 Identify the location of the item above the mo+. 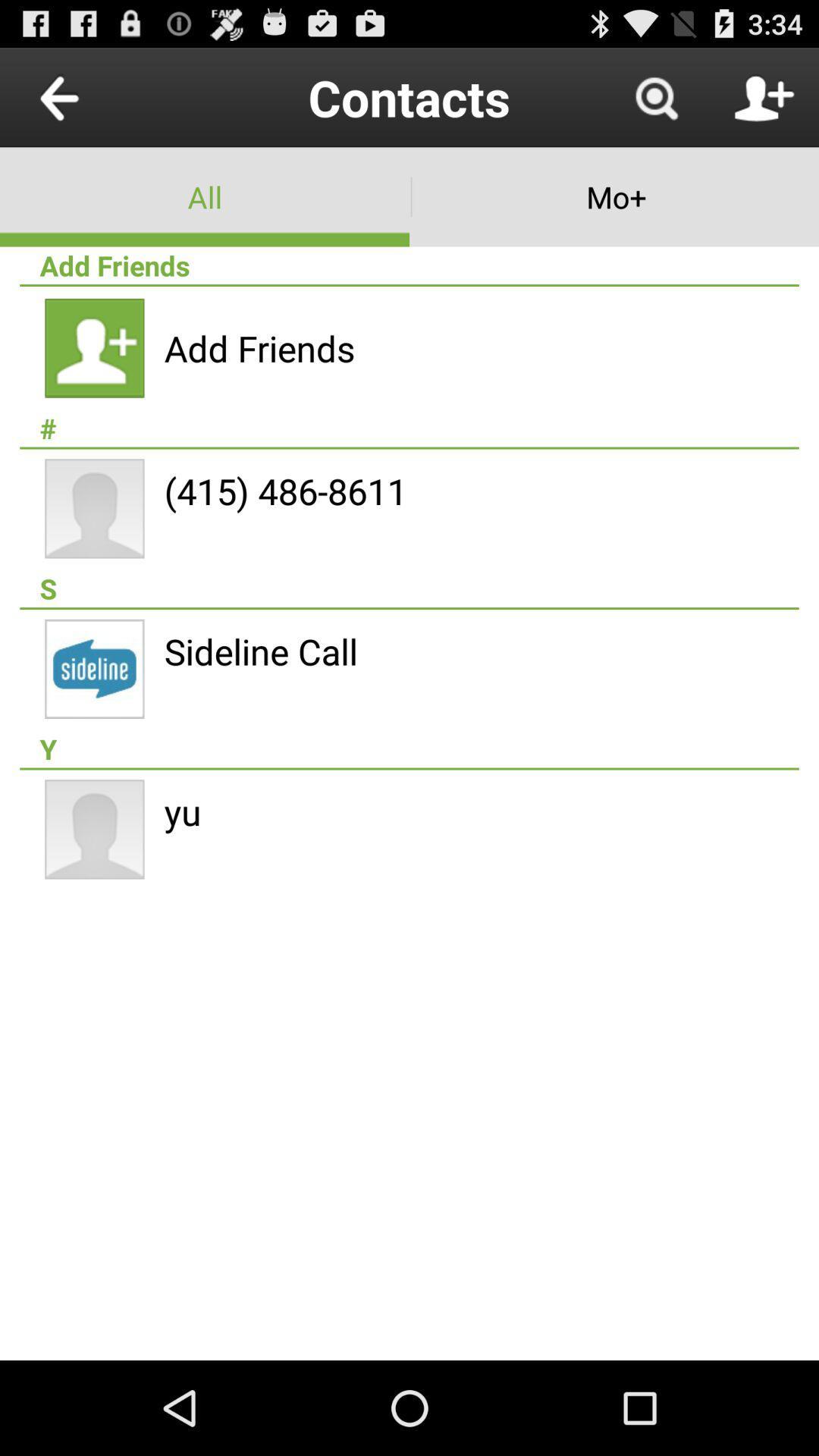
(655, 96).